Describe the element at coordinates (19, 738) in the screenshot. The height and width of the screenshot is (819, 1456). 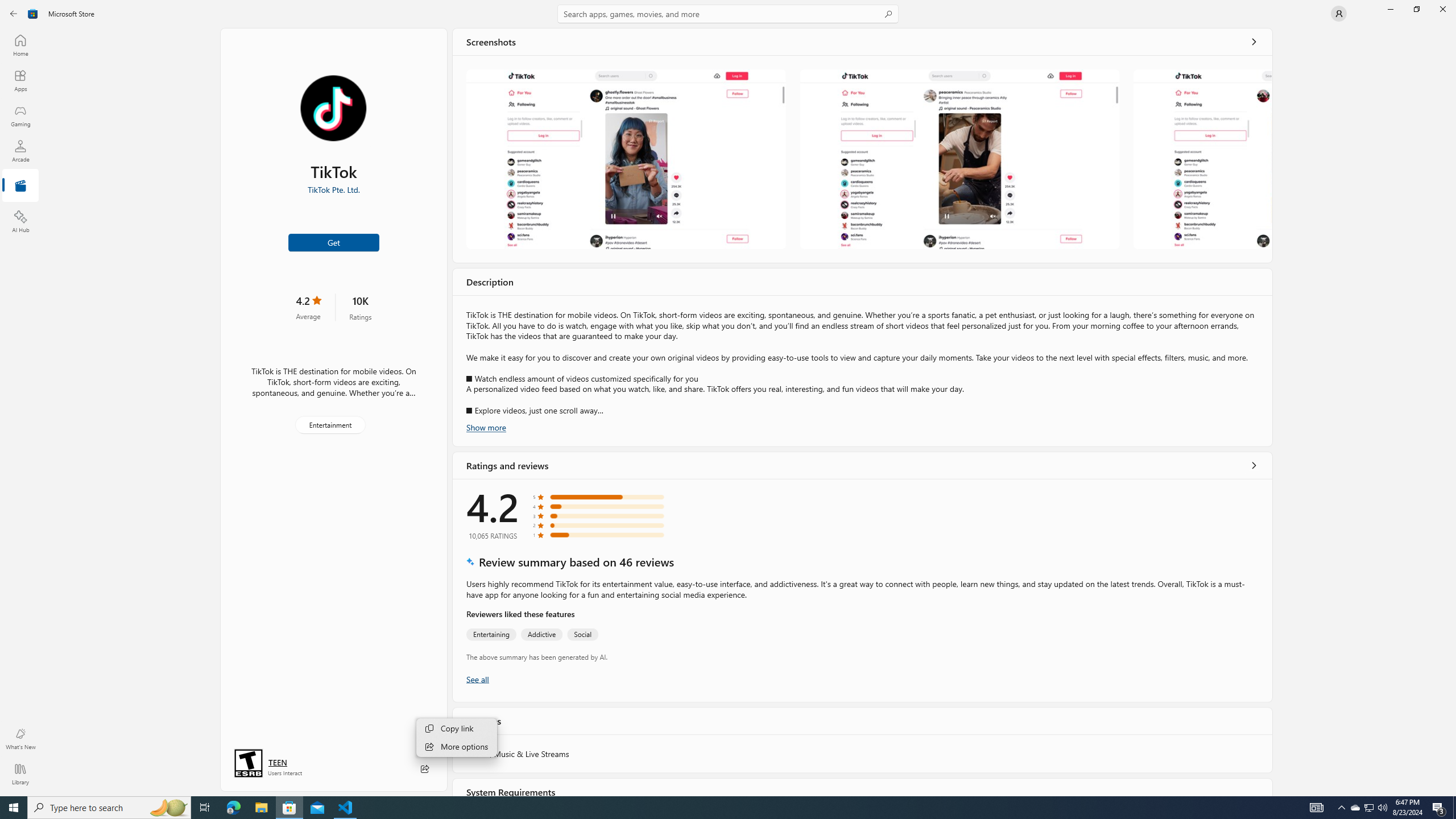
I see `'What'` at that location.